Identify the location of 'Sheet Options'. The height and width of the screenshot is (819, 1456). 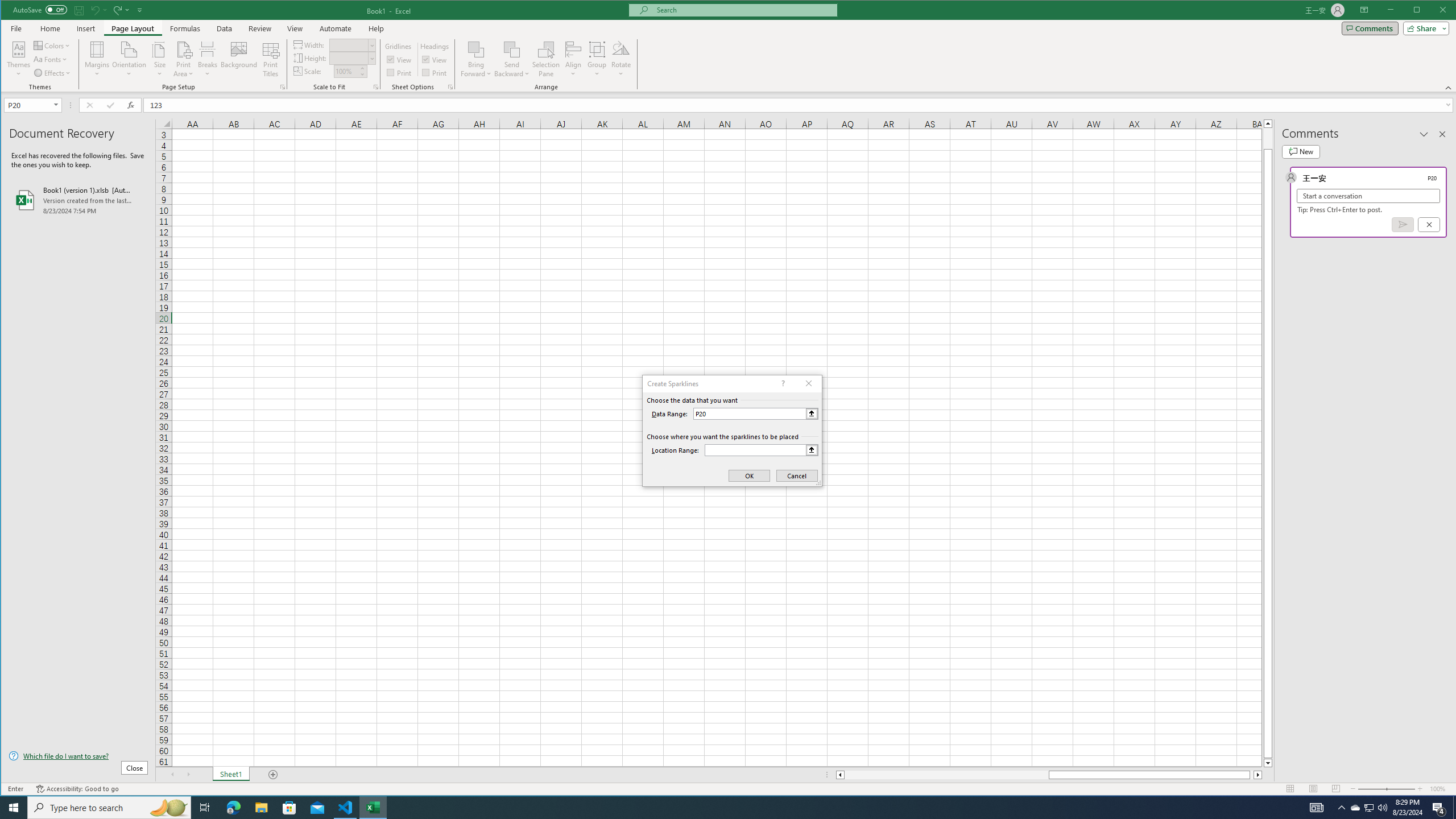
(449, 87).